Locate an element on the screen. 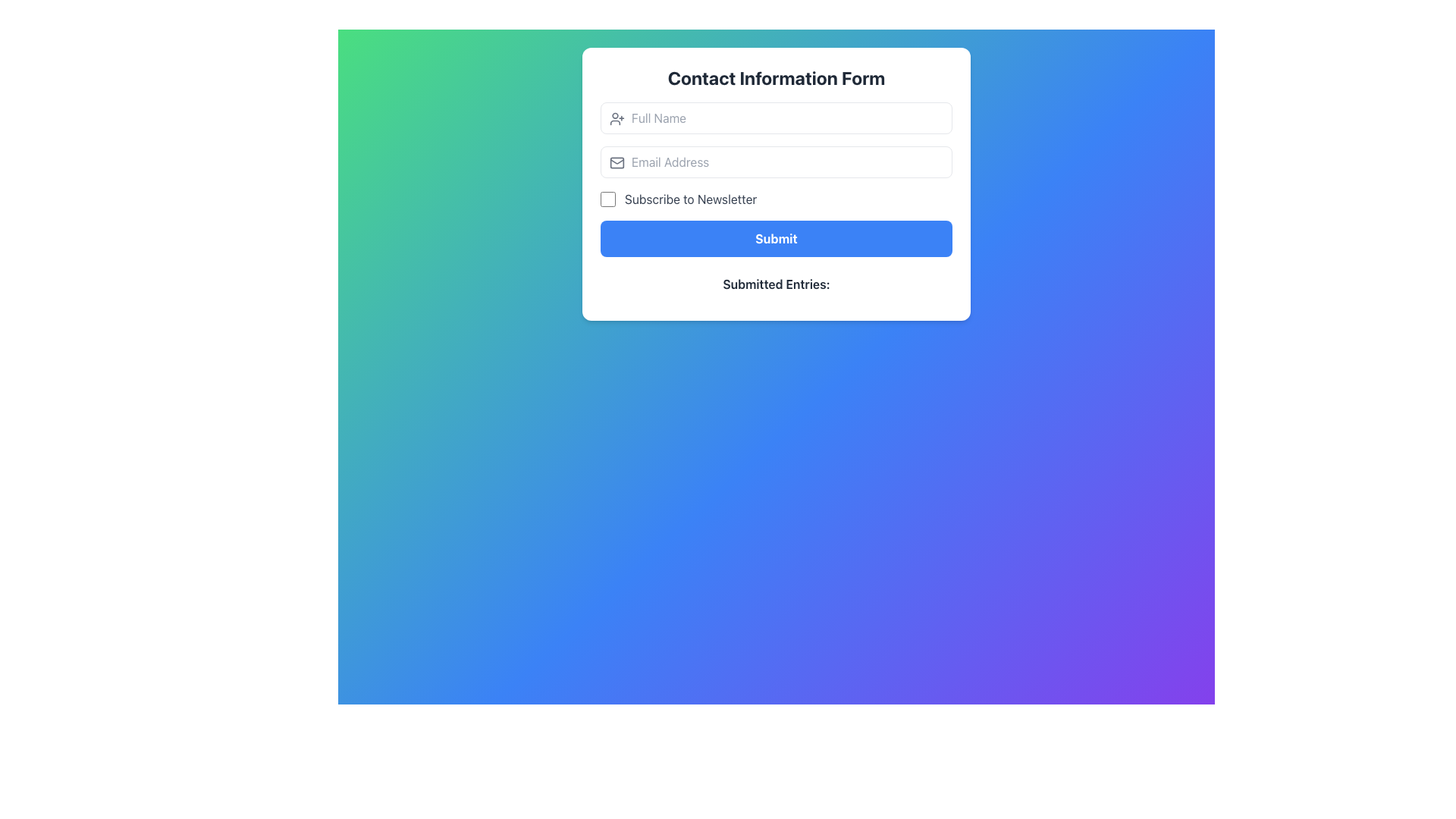 This screenshot has height=819, width=1456. the checkbox is located at coordinates (607, 198).